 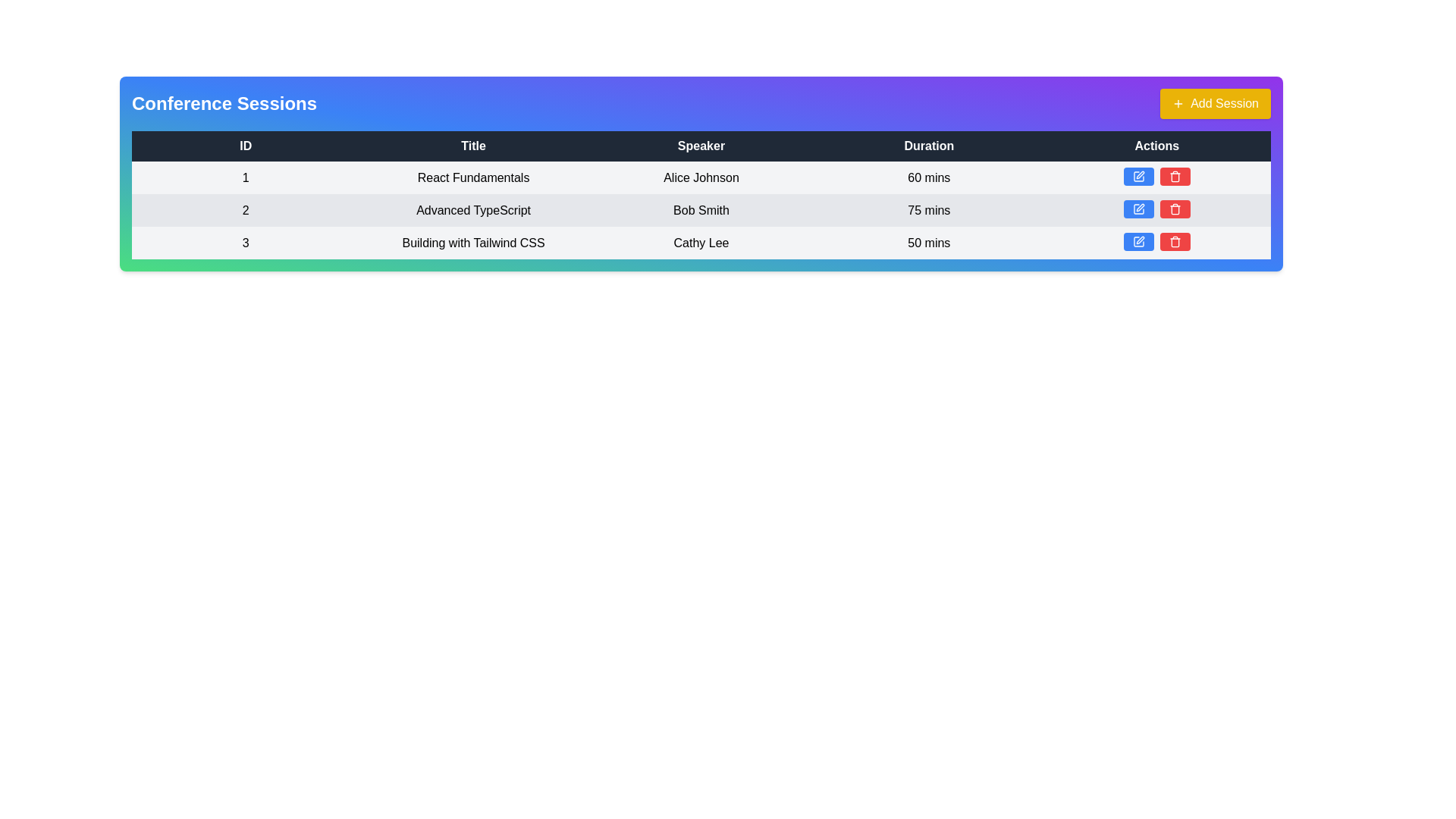 What do you see at coordinates (1174, 241) in the screenshot?
I see `the red button with a trash bin icon located in the last column of the actions section of the third row under 'Conference Sessions'` at bounding box center [1174, 241].